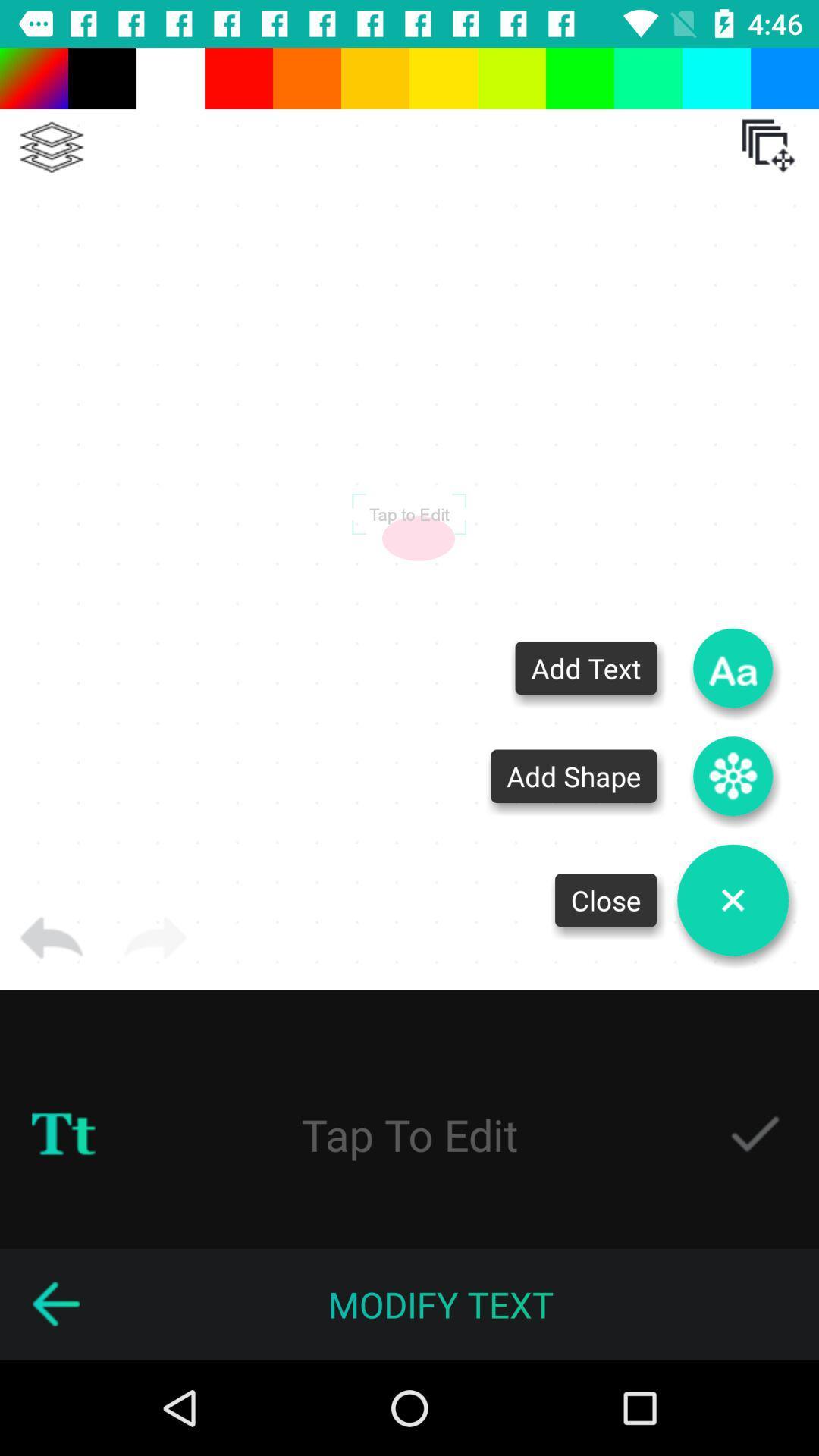 The width and height of the screenshot is (819, 1456). What do you see at coordinates (155, 937) in the screenshot?
I see `redo` at bounding box center [155, 937].